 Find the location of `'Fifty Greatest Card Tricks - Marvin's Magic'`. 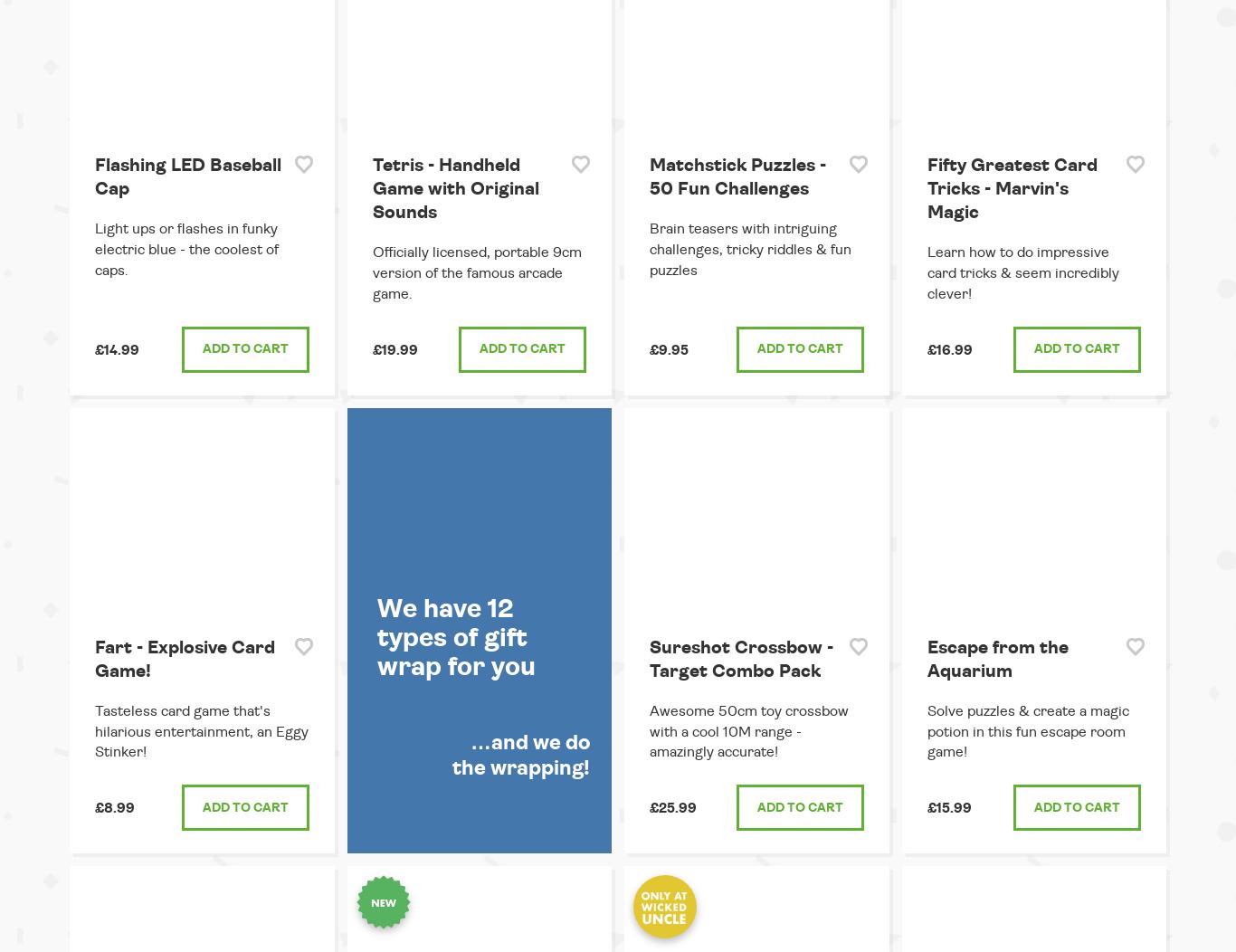

'Fifty Greatest Card Tricks - Marvin's Magic' is located at coordinates (1010, 189).